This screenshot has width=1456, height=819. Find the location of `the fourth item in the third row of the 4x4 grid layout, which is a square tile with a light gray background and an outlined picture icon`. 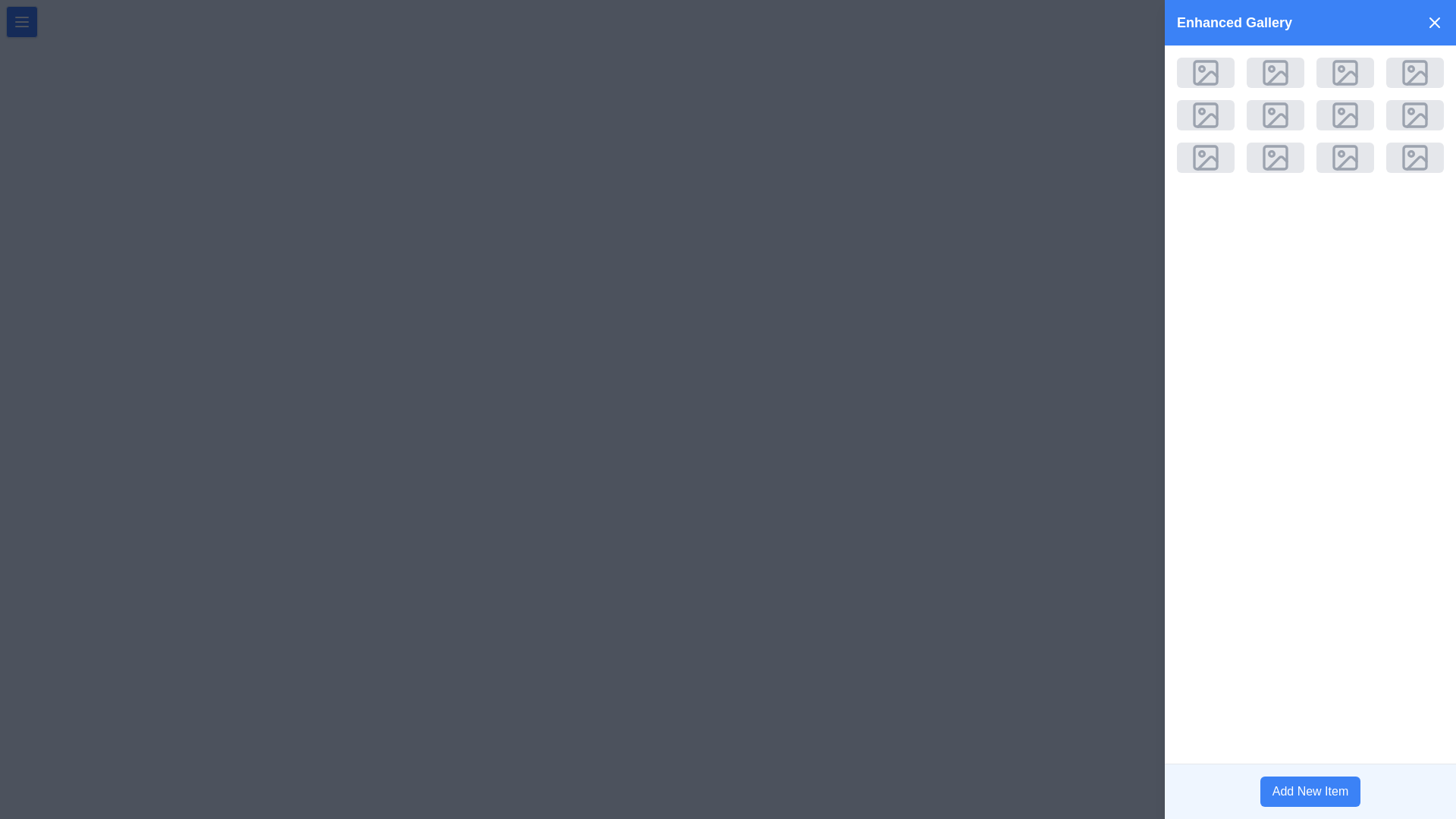

the fourth item in the third row of the 4x4 grid layout, which is a square tile with a light gray background and an outlined picture icon is located at coordinates (1345, 114).